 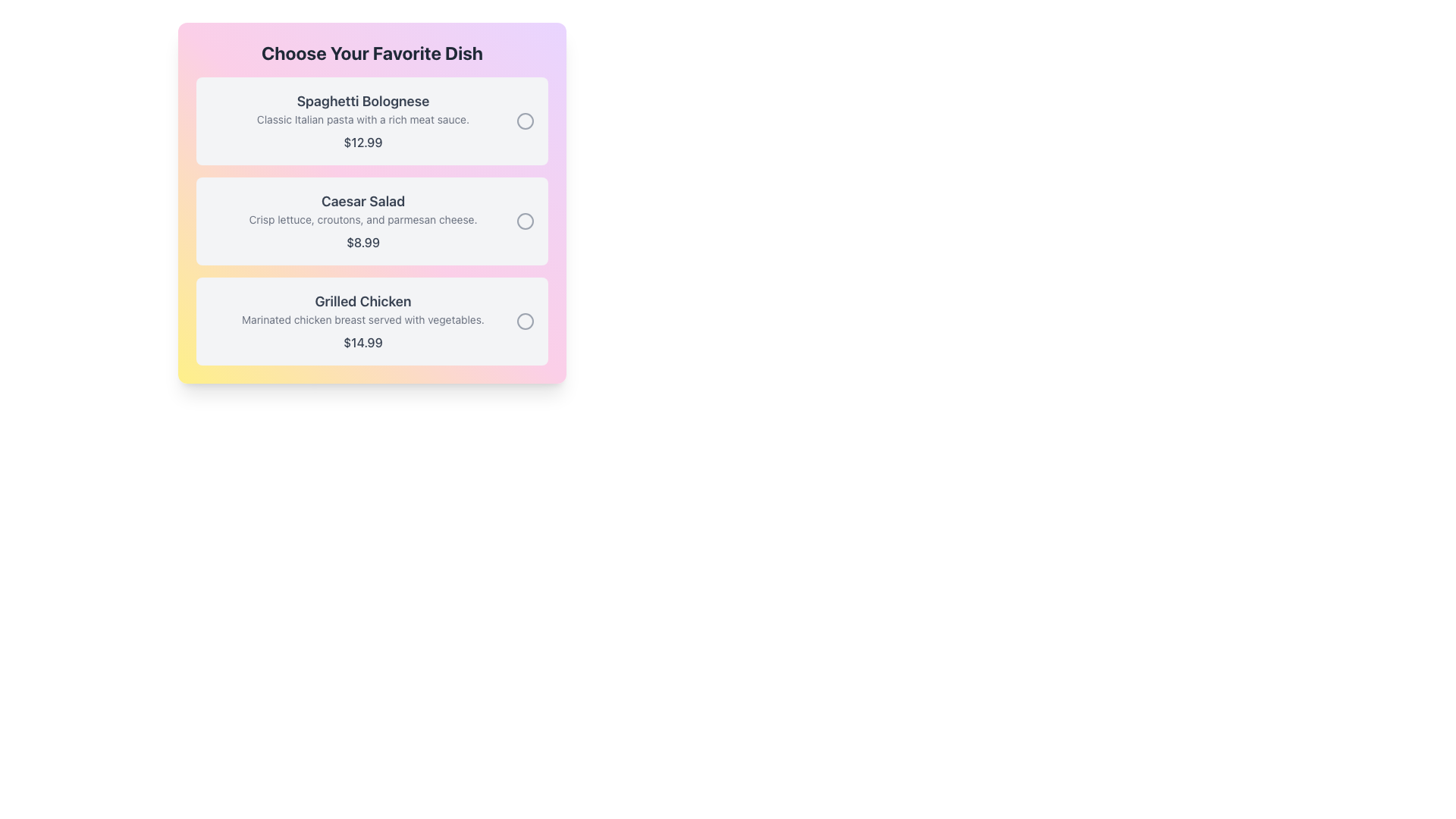 What do you see at coordinates (362, 143) in the screenshot?
I see `text label displaying '$12.99' which indicates the price of the first dish entry 'Spaghetti Bolognese'` at bounding box center [362, 143].